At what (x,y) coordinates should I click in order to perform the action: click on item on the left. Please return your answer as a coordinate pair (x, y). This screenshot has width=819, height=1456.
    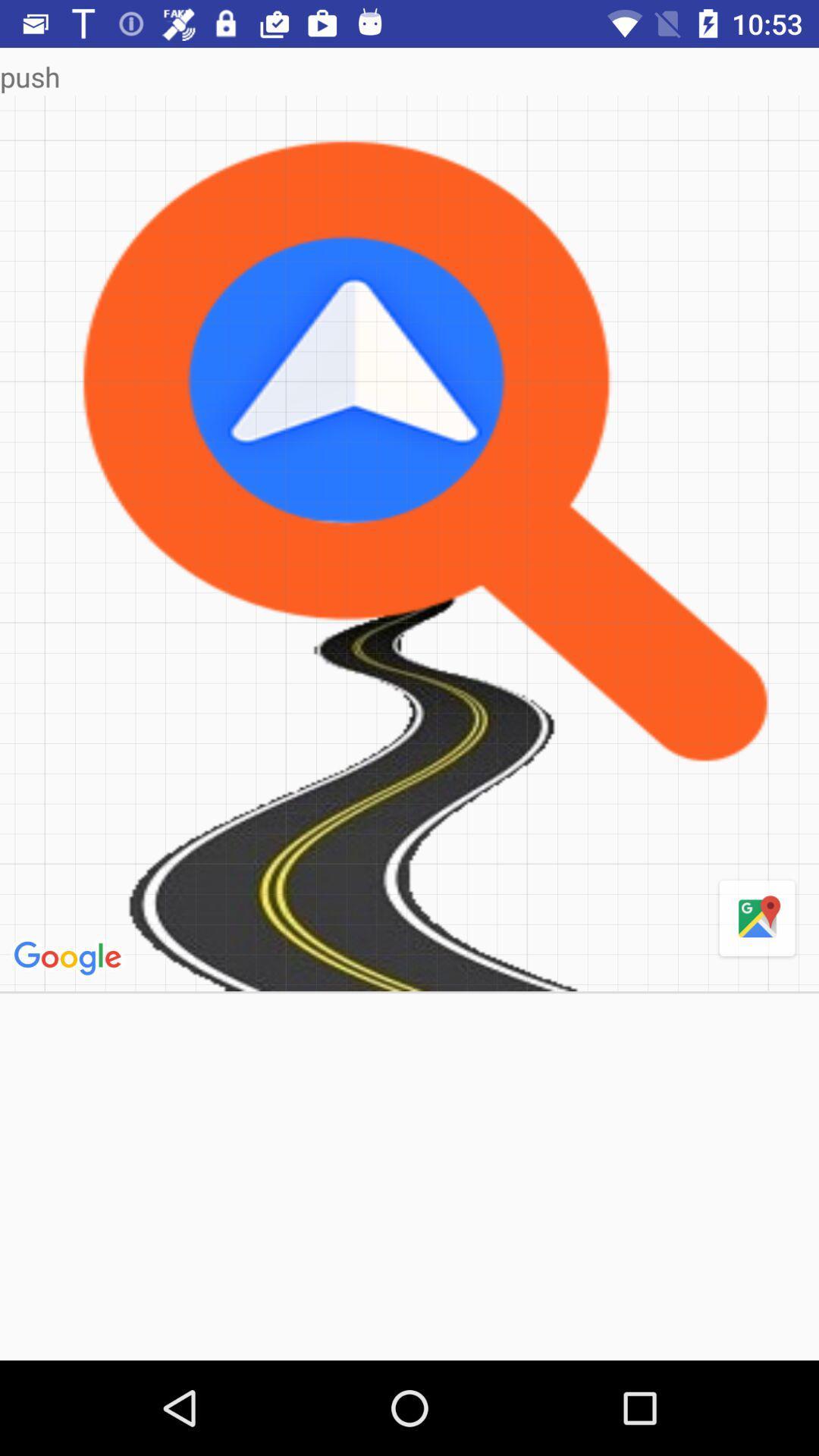
    Looking at the image, I should click on (70, 958).